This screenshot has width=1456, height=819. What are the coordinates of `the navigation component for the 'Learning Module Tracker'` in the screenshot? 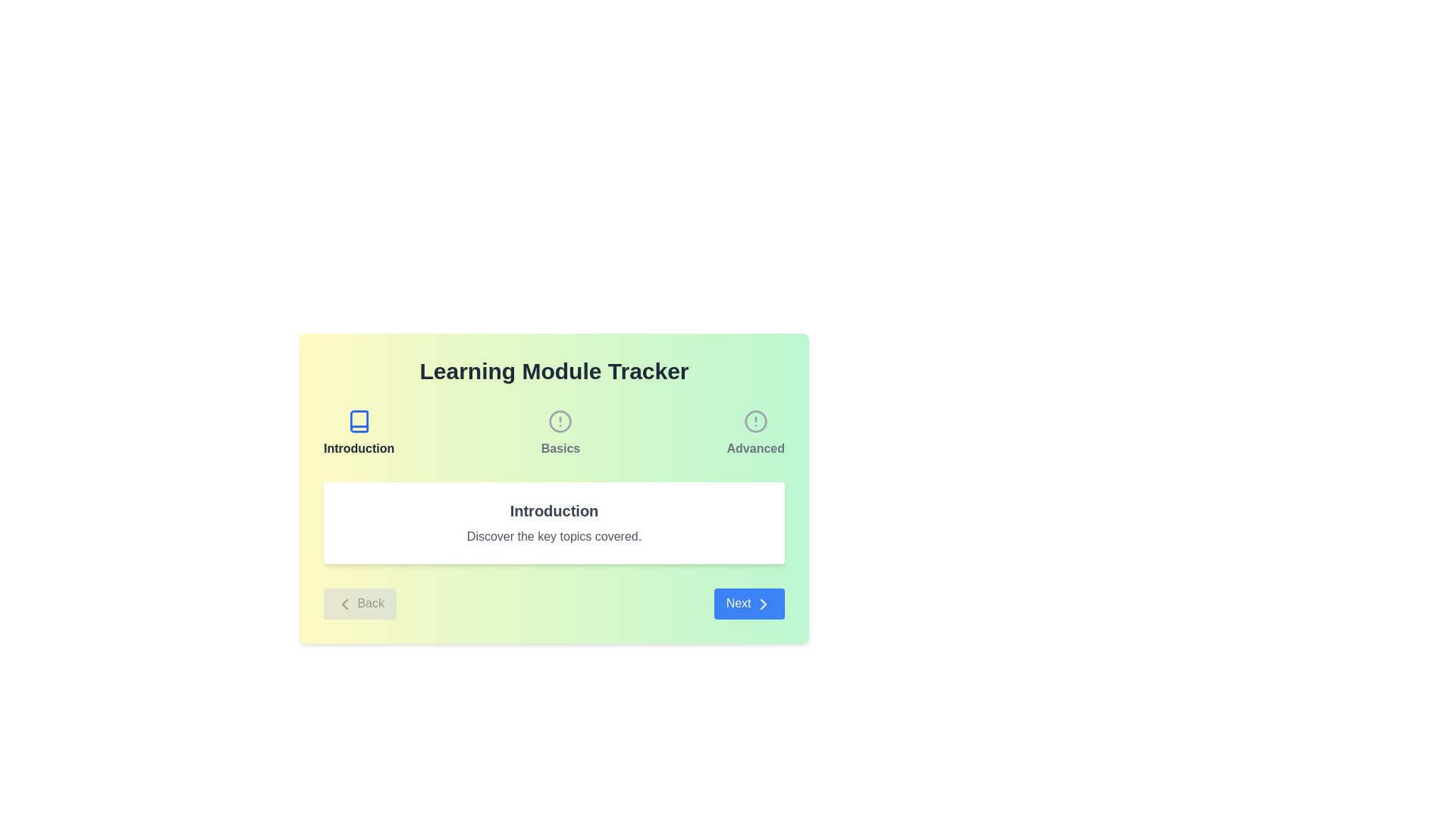 It's located at (553, 433).